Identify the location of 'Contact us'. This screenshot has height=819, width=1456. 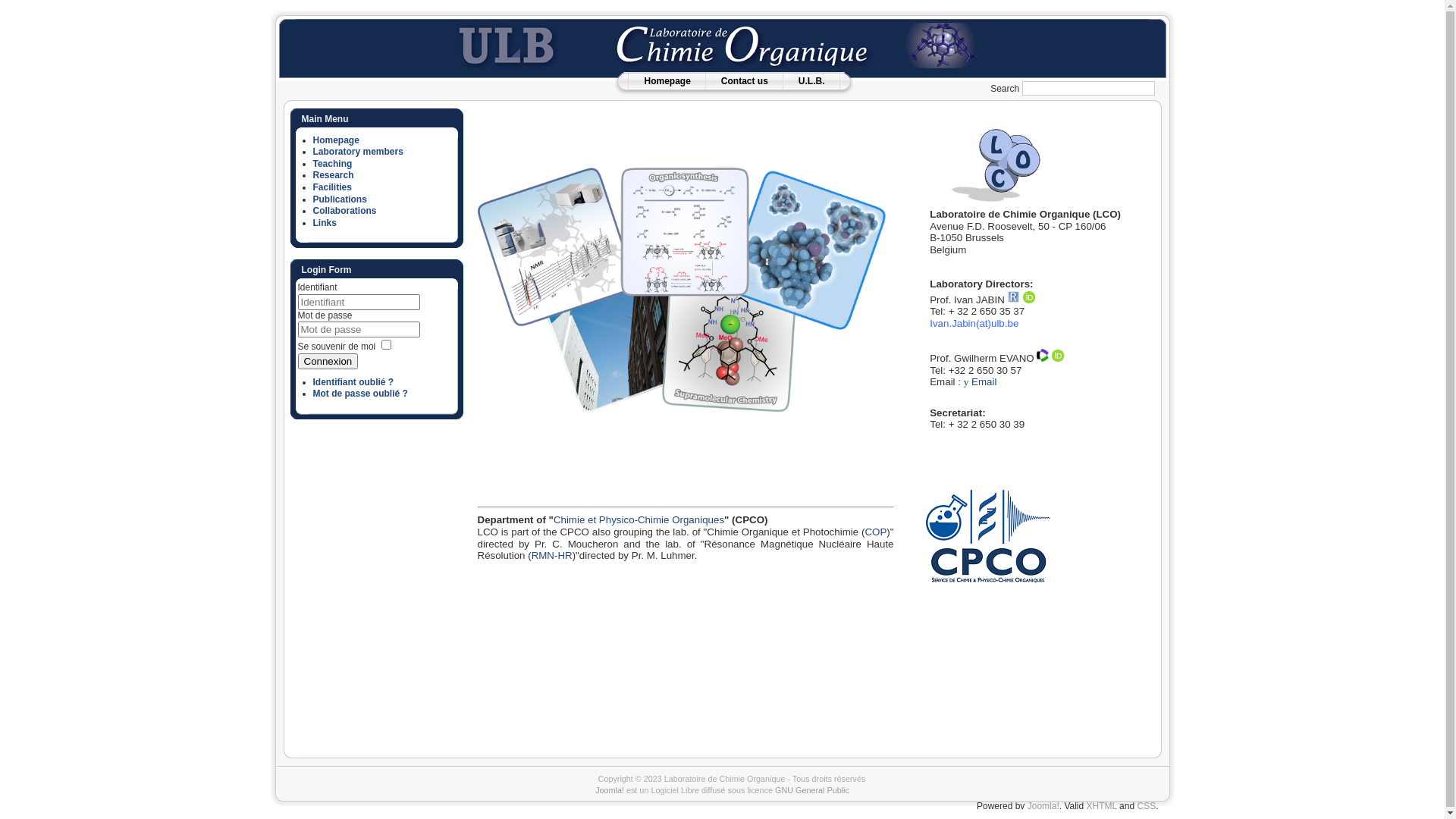
(745, 81).